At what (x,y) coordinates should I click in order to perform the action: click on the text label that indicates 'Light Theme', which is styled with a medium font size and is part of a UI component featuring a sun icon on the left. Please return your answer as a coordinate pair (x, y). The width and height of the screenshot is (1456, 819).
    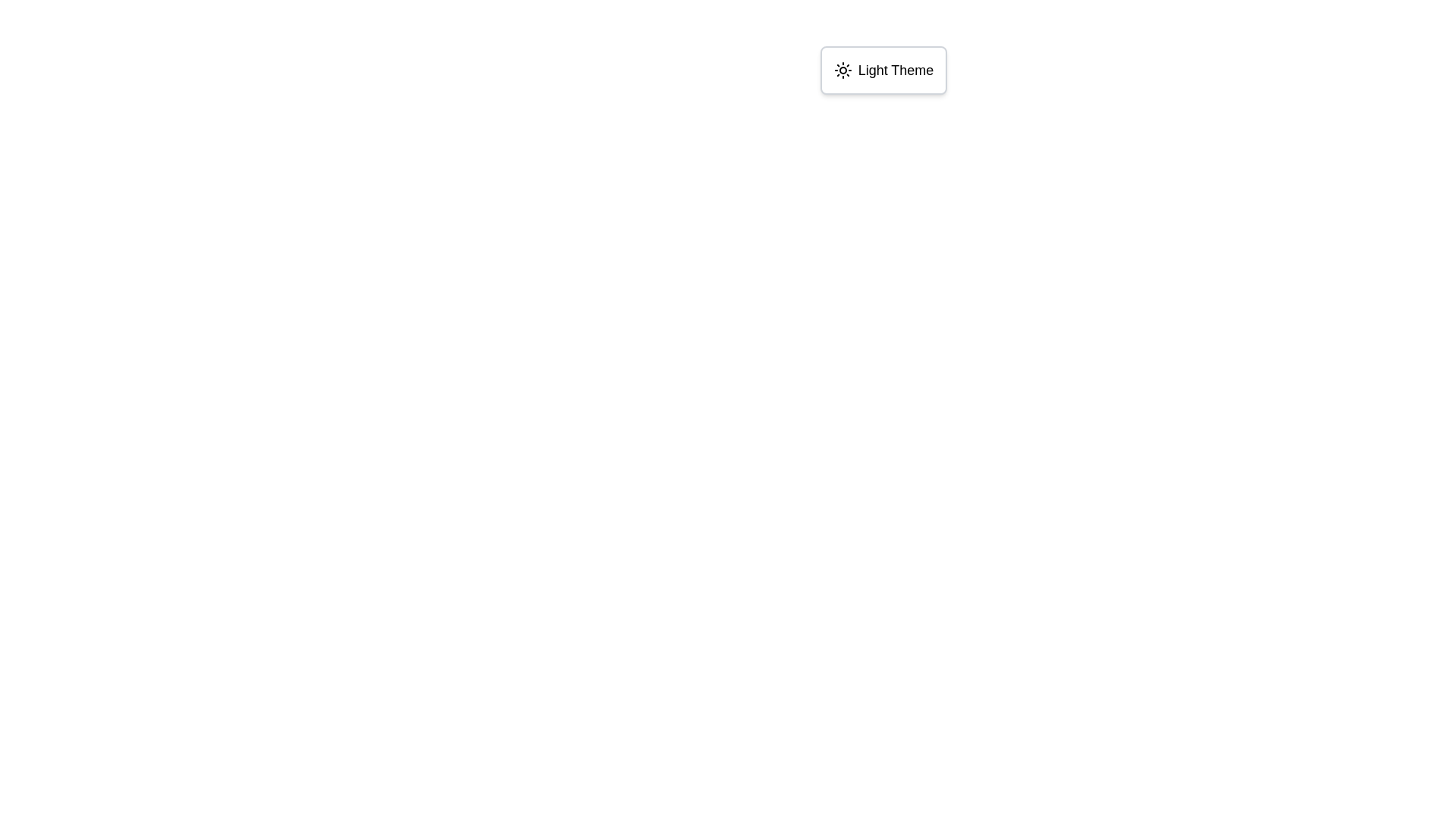
    Looking at the image, I should click on (896, 70).